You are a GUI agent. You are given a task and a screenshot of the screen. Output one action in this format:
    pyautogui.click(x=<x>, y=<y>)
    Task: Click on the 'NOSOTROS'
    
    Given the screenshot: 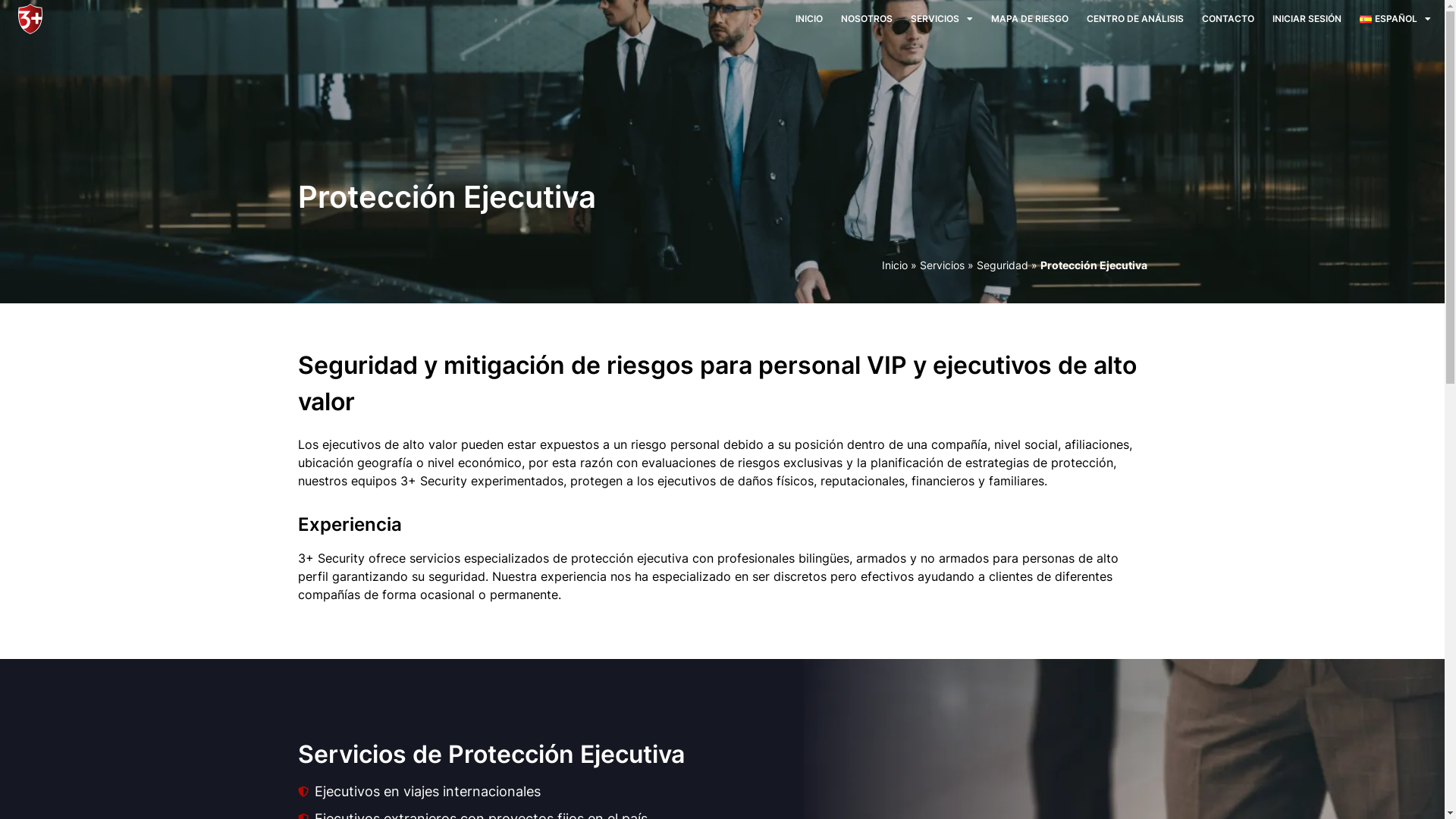 What is the action you would take?
    pyautogui.click(x=866, y=18)
    